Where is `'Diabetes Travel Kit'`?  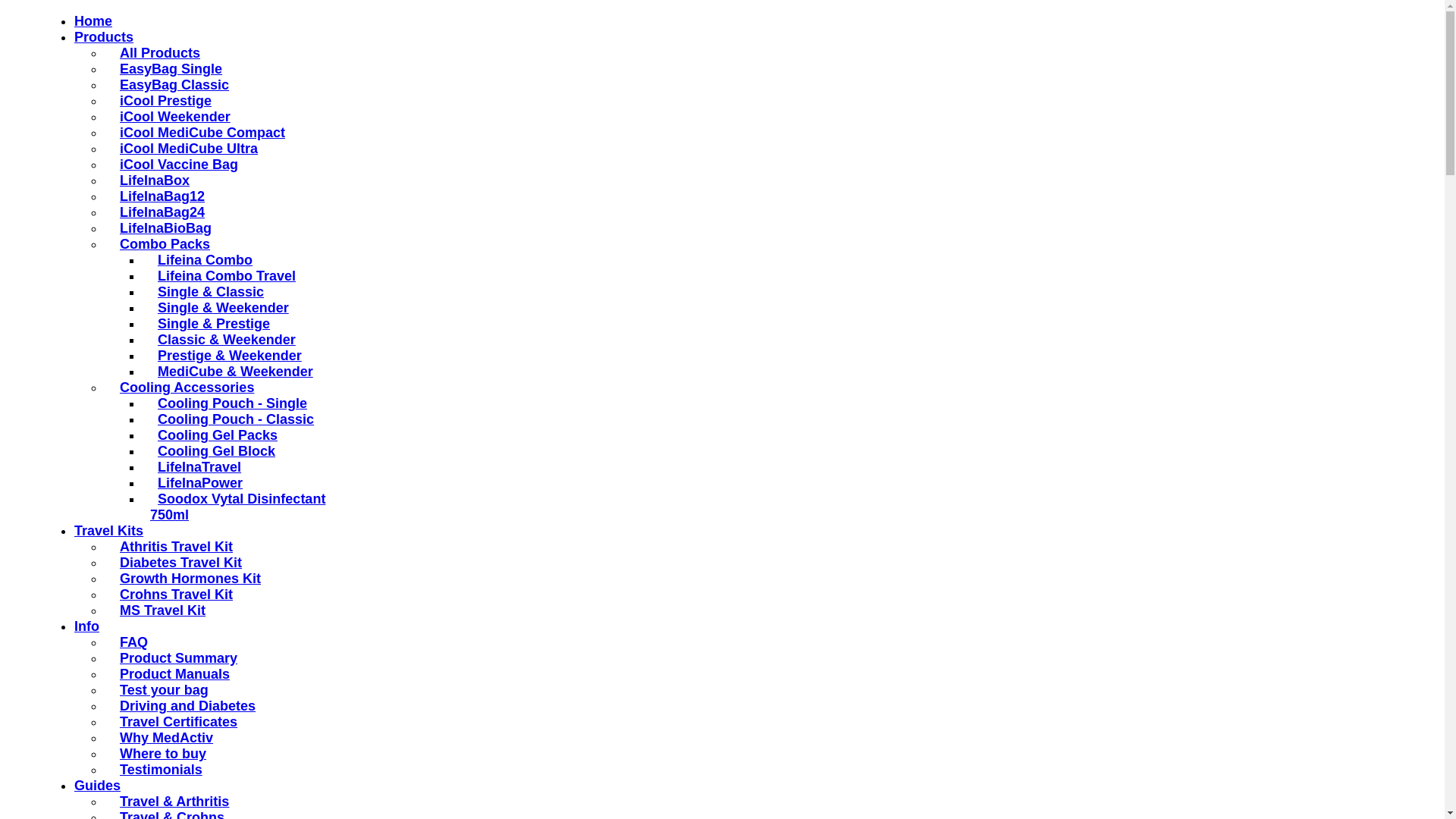 'Diabetes Travel Kit' is located at coordinates (177, 562).